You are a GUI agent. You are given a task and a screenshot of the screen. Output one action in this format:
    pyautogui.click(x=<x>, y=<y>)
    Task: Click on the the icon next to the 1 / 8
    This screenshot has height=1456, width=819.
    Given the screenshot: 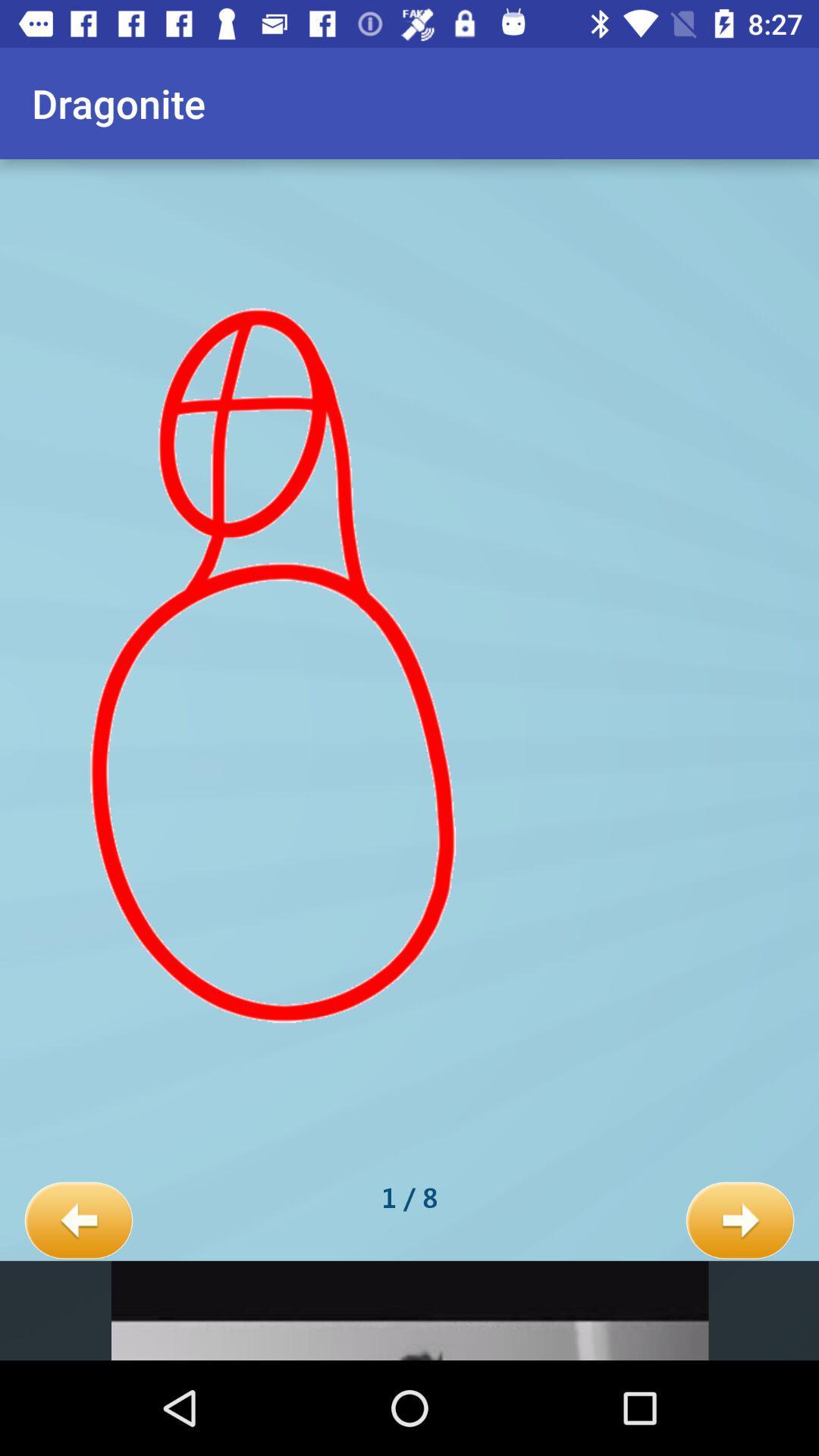 What is the action you would take?
    pyautogui.click(x=78, y=1221)
    